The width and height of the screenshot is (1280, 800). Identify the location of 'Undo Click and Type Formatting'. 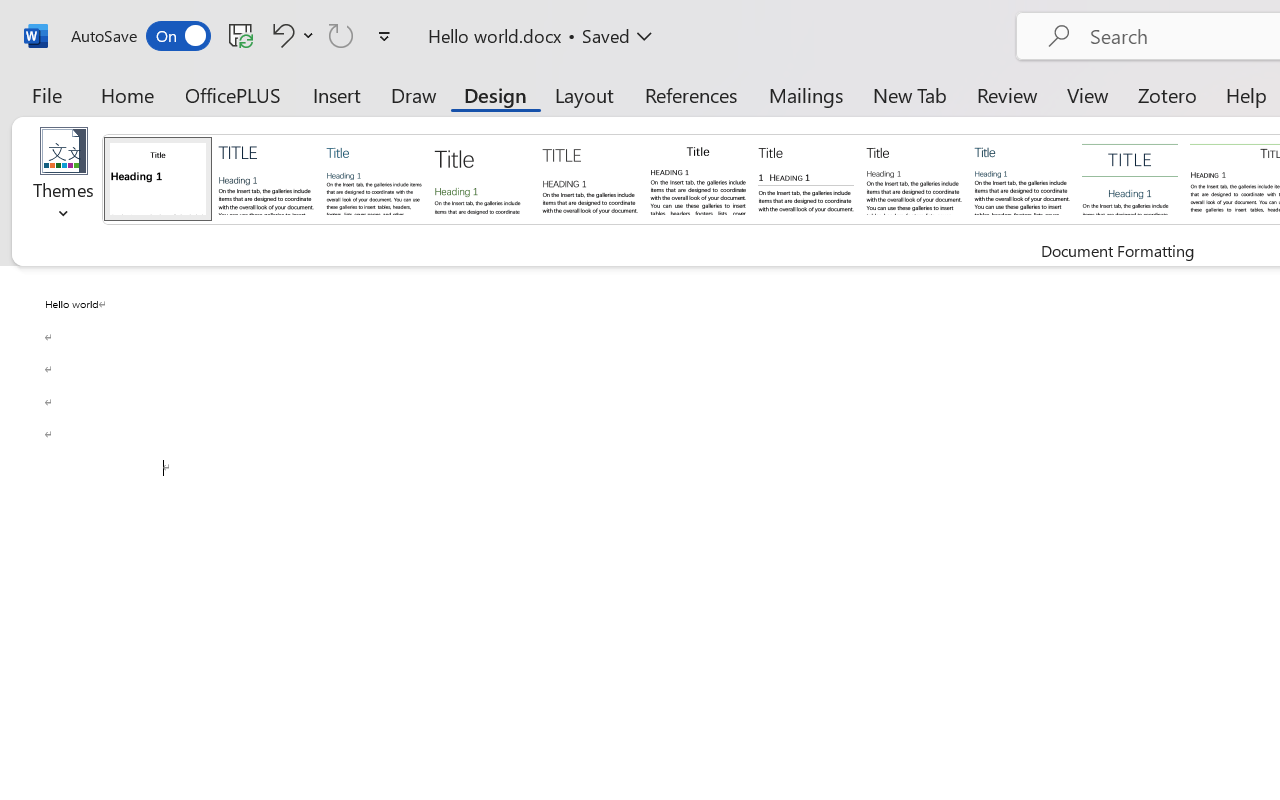
(279, 34).